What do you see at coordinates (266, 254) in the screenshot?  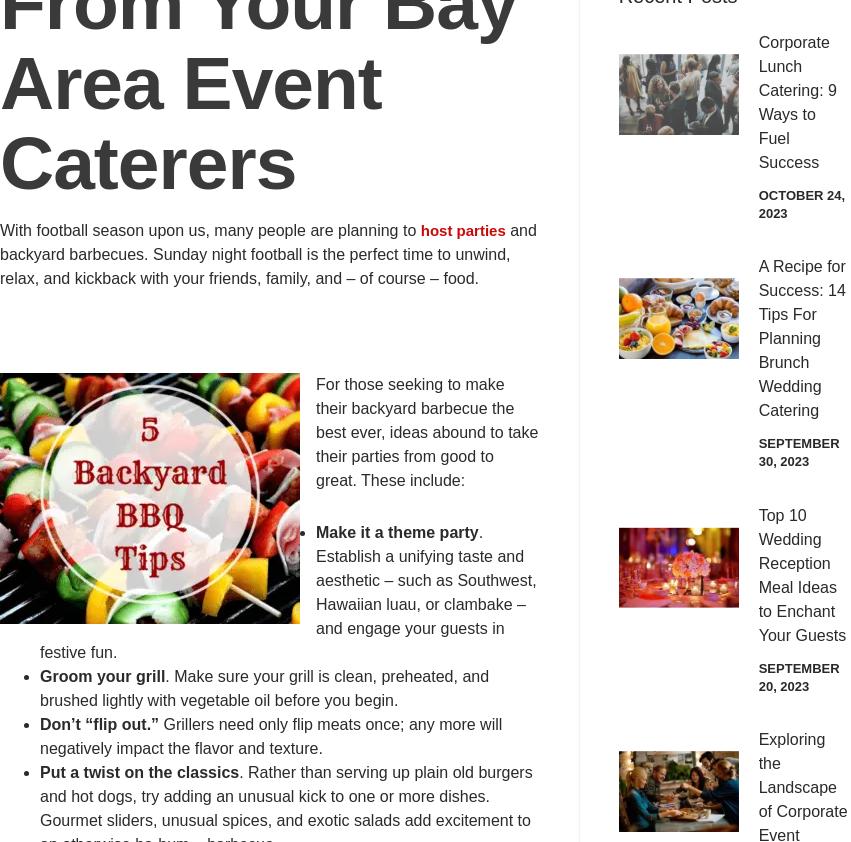 I see `'and backyard barbecues. Sunday night football is the perfect time to unwind, relax, and kickback with your friends, family, and – of course – food.'` at bounding box center [266, 254].